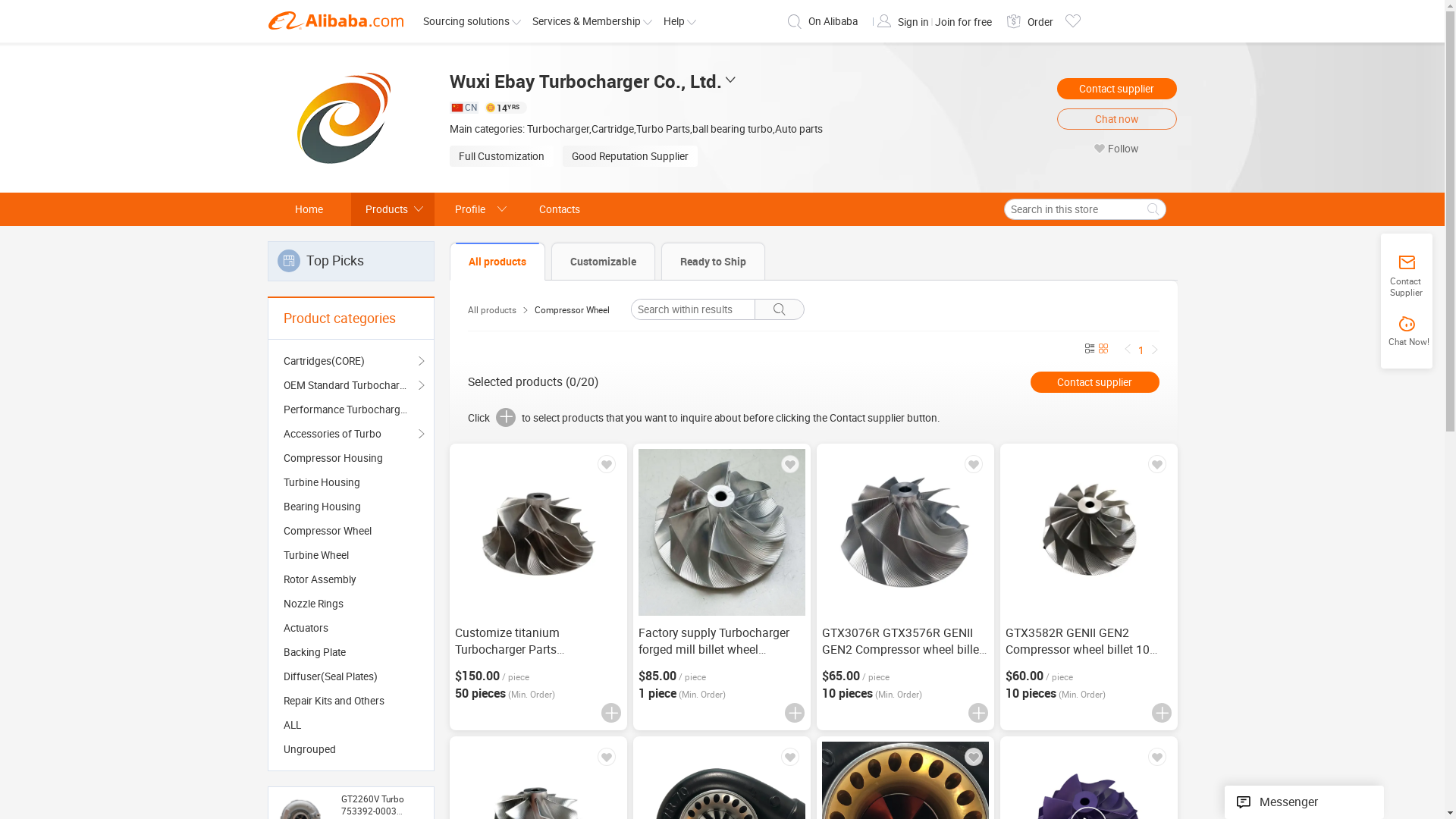  What do you see at coordinates (349, 260) in the screenshot?
I see `'Top Picks'` at bounding box center [349, 260].